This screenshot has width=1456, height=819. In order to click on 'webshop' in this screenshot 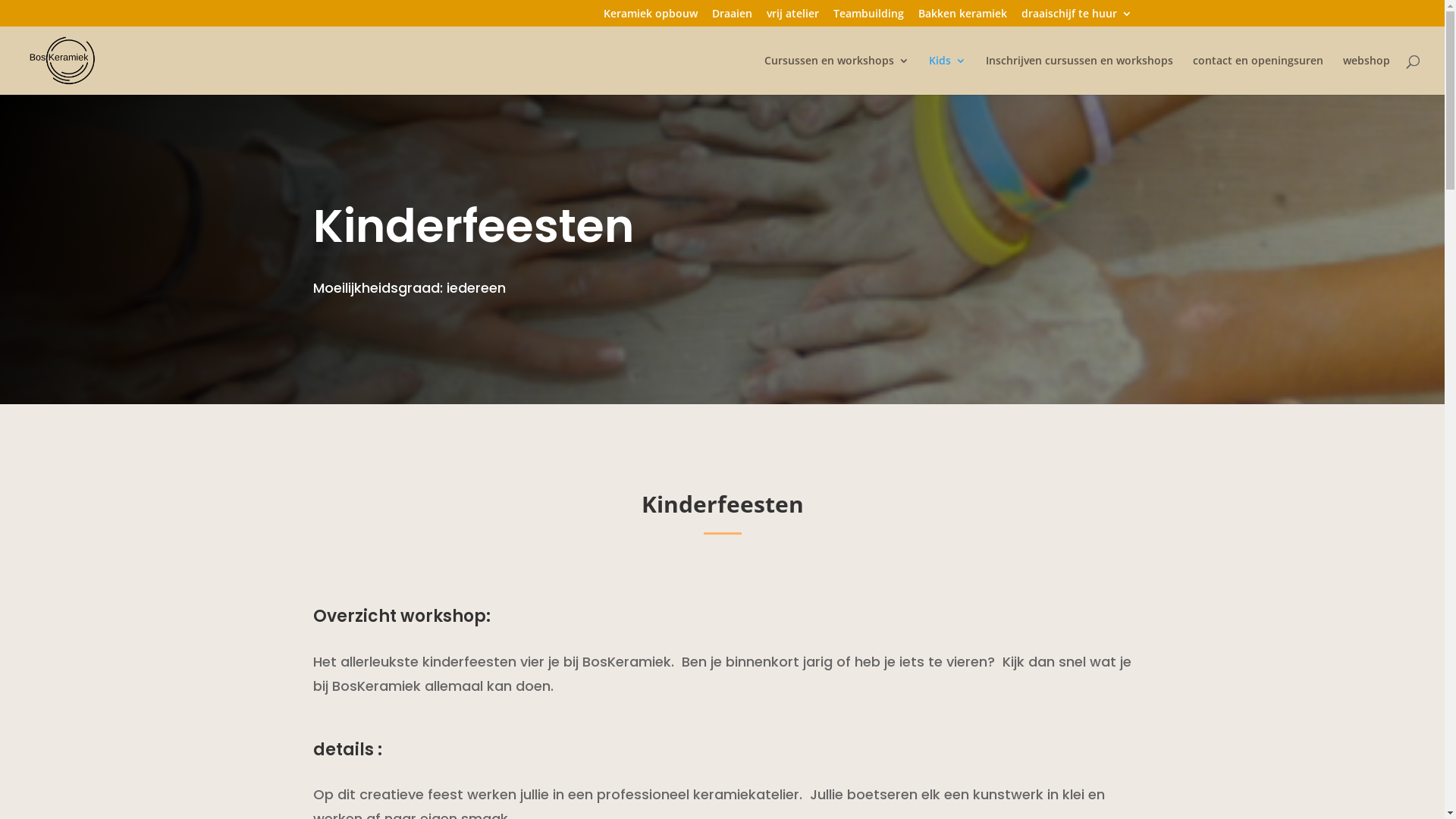, I will do `click(1366, 75)`.